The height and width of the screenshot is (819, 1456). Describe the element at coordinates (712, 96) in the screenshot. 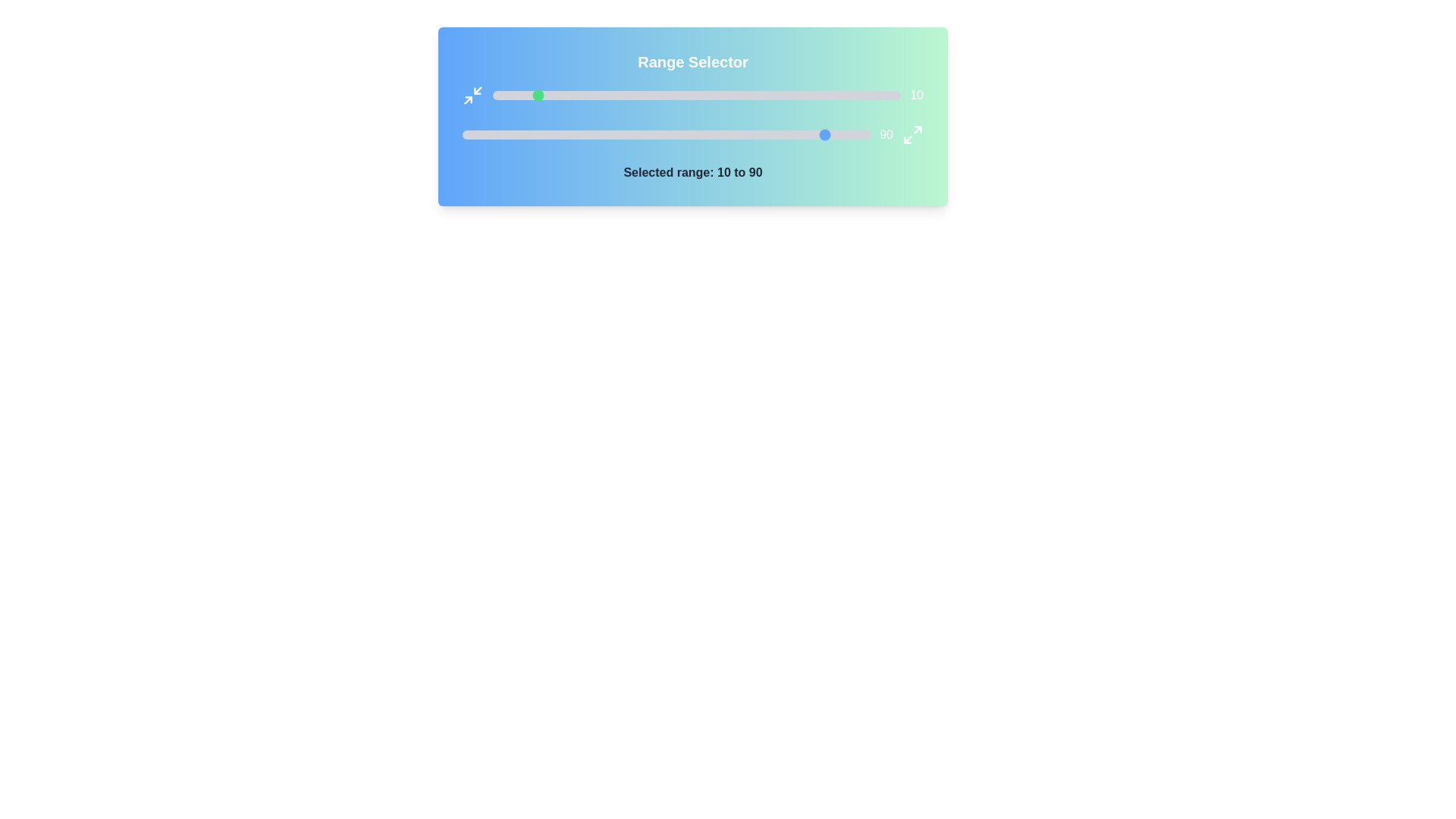

I see `the slider value` at that location.